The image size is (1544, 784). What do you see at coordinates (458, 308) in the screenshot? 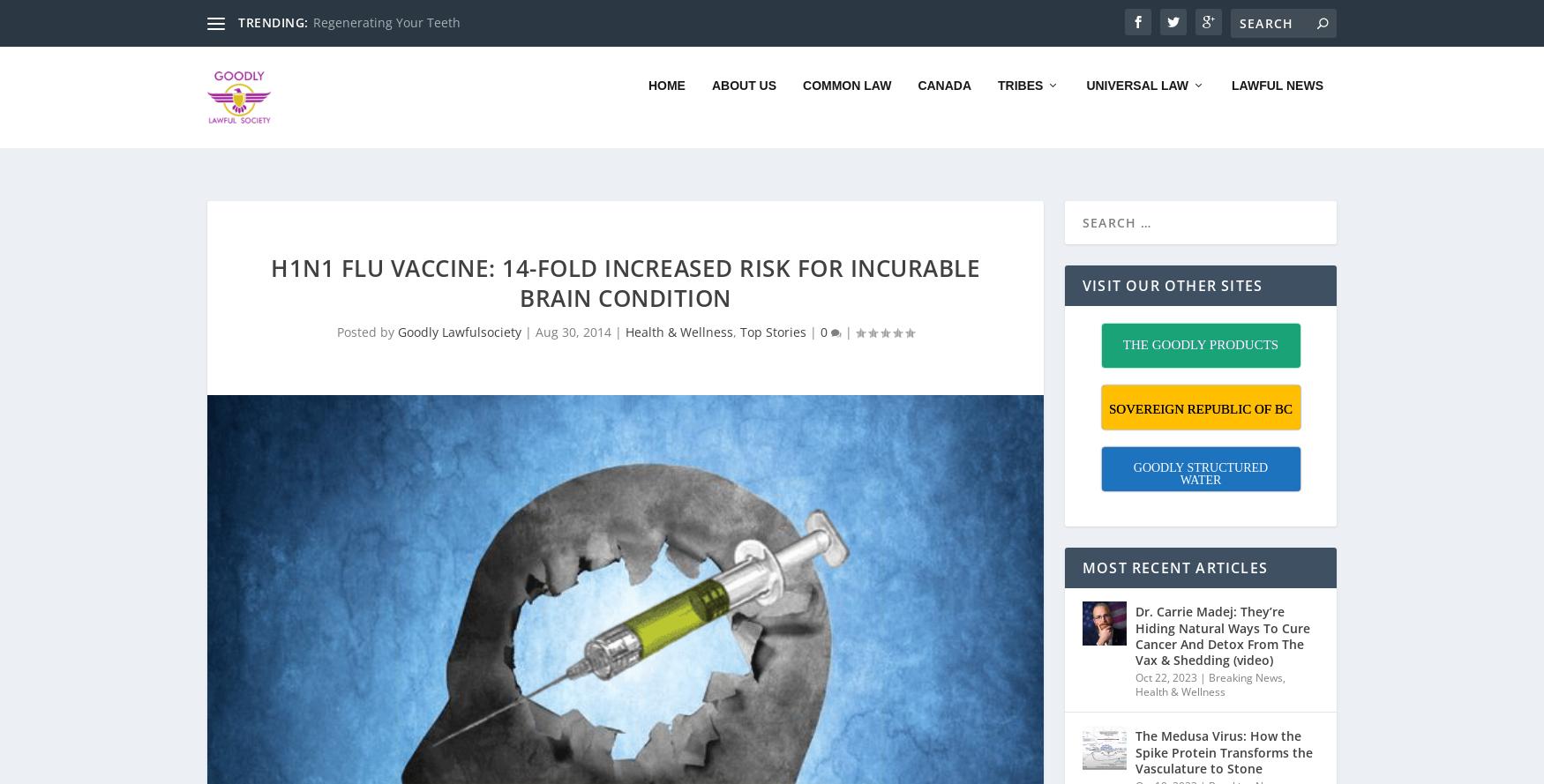
I see `'Goodly Lawfulsociety'` at bounding box center [458, 308].